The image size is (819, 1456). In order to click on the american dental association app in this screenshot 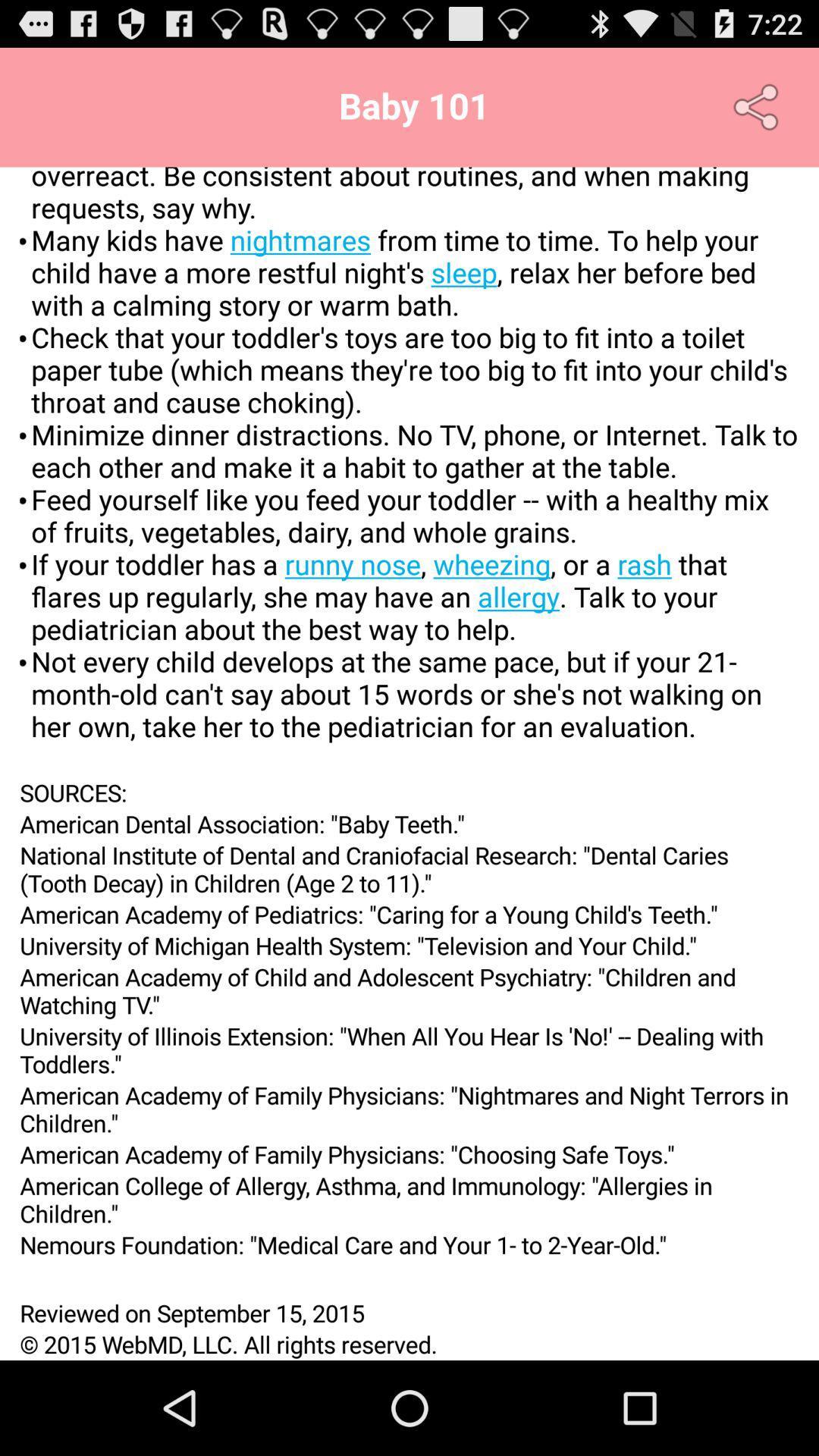, I will do `click(409, 823)`.